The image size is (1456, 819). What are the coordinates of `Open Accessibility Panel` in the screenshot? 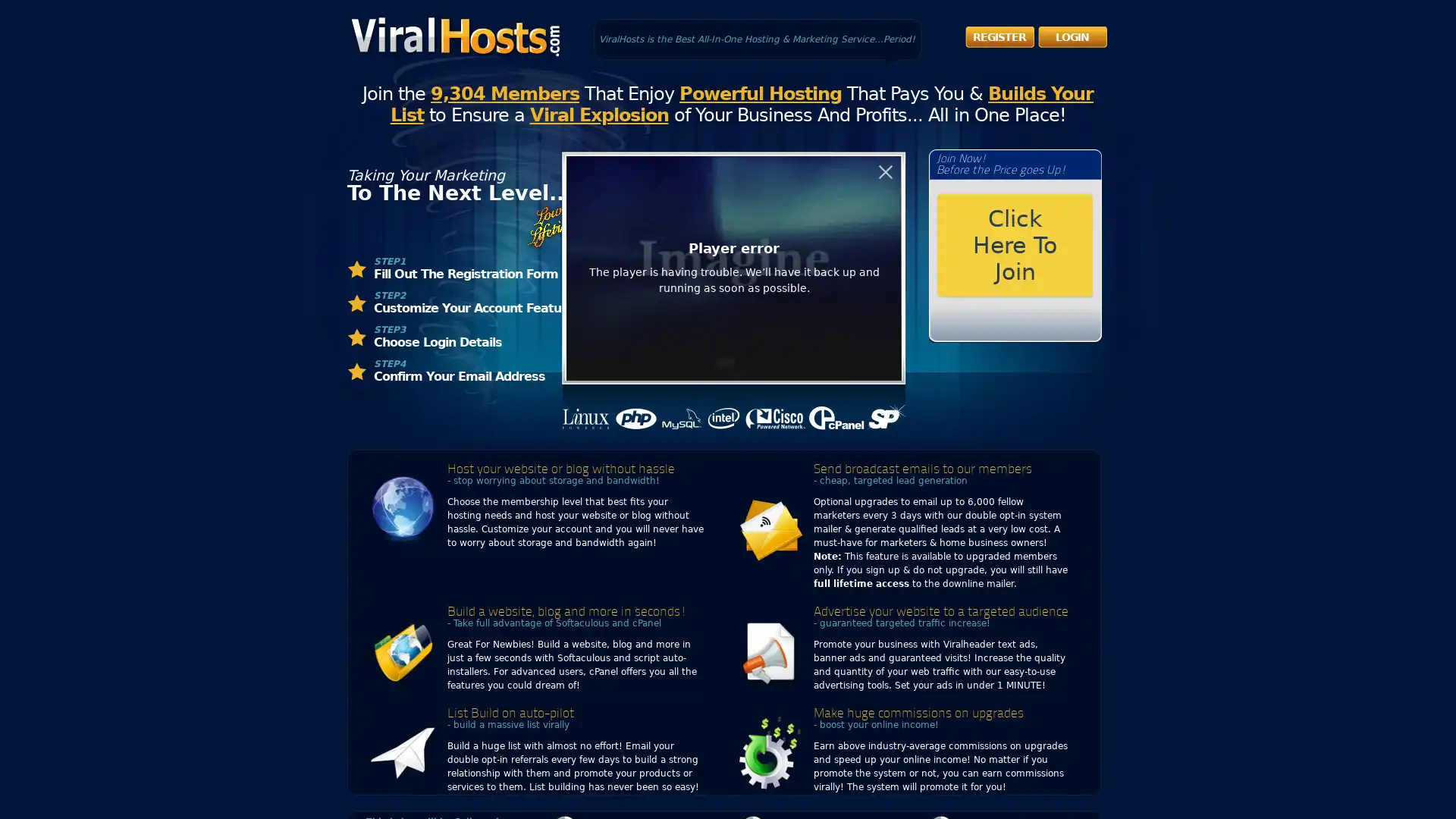 It's located at (1426, 438).